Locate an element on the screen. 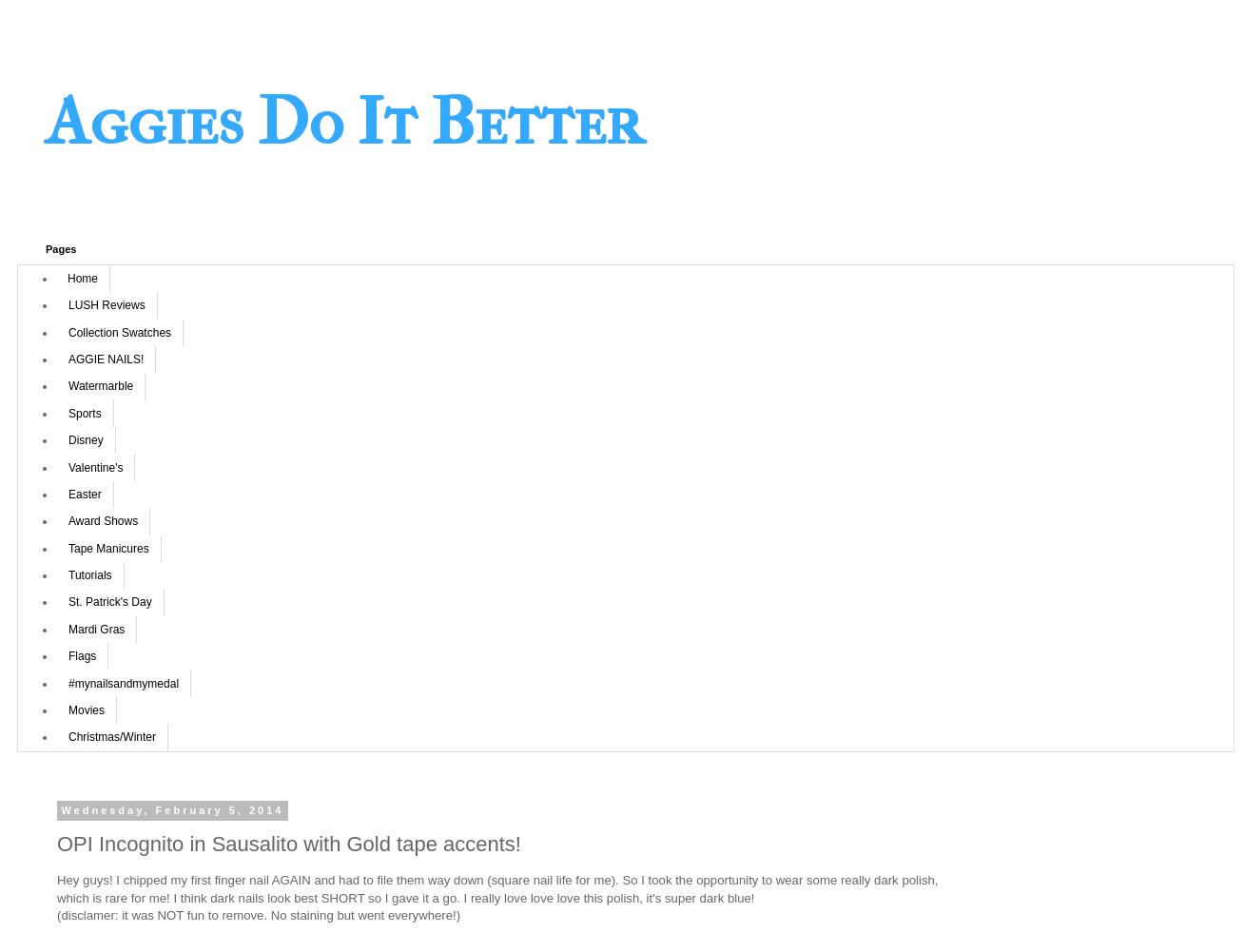  'Flags' is located at coordinates (81, 654).